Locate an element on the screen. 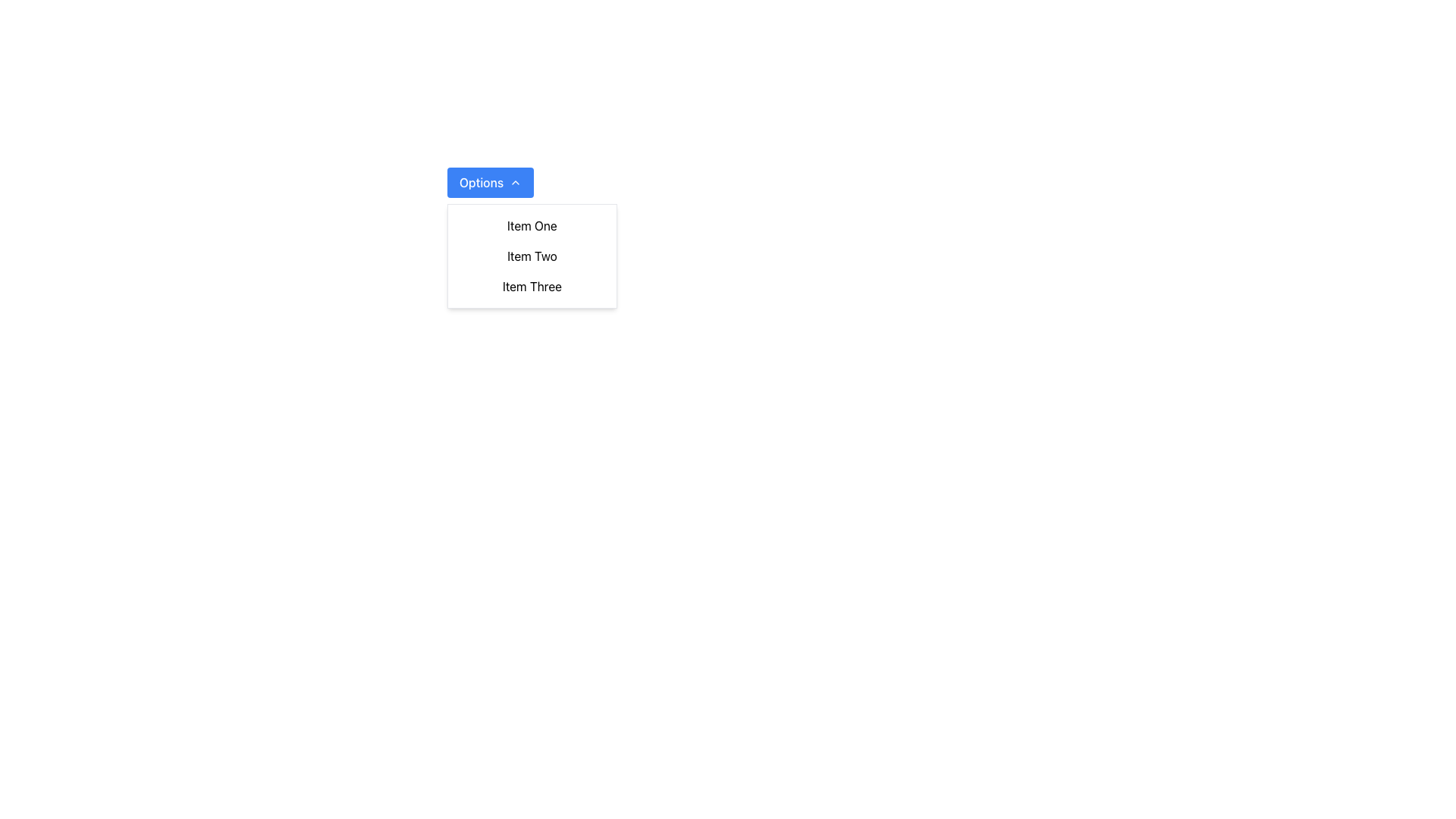 The width and height of the screenshot is (1456, 819). the upward-pointing chevron icon located to the right of the 'Options' text within the blue button is located at coordinates (516, 181).